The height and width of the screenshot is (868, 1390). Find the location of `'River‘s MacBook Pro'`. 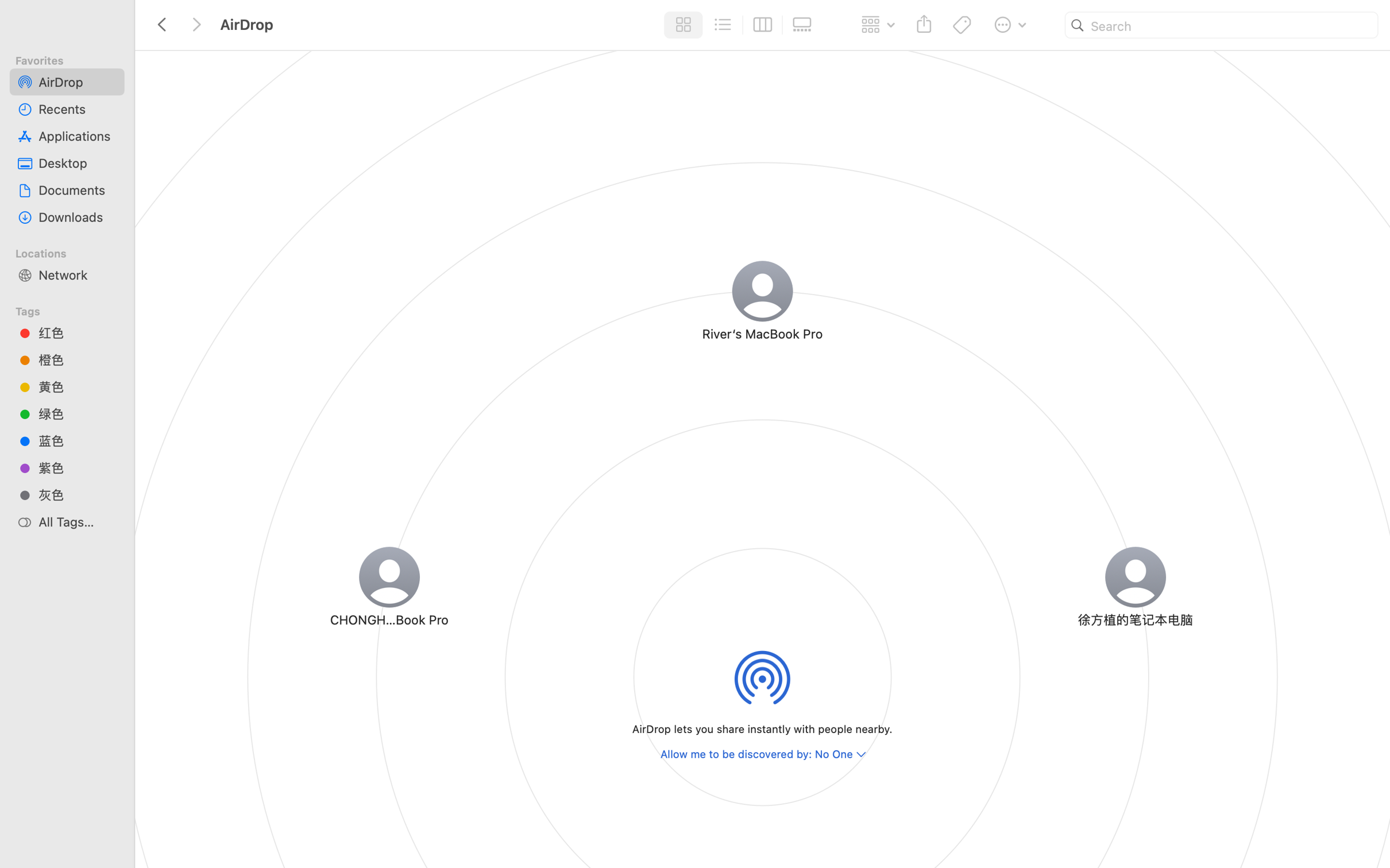

'River‘s MacBook Pro' is located at coordinates (762, 333).